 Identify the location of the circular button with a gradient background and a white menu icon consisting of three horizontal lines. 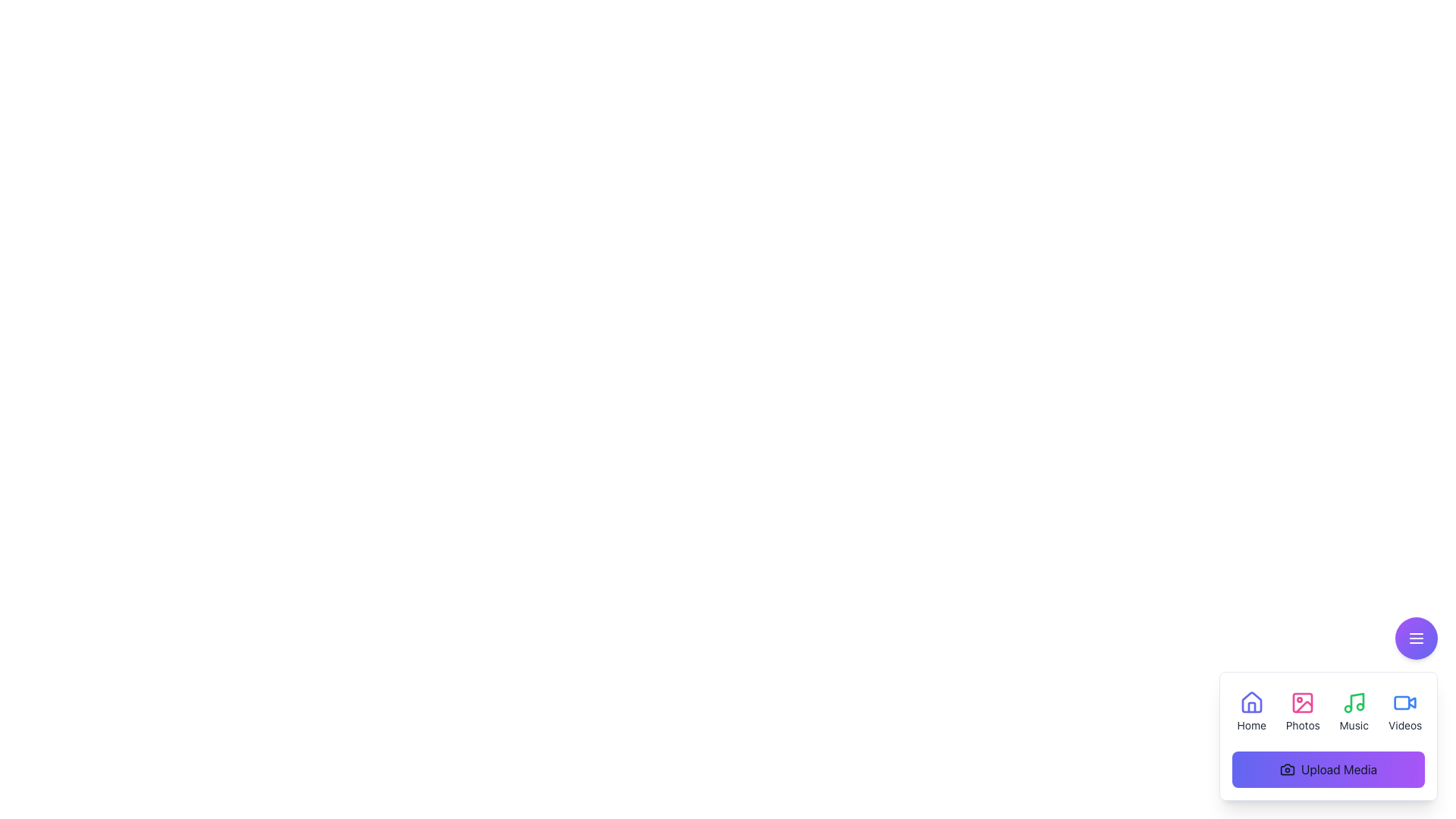
(1415, 638).